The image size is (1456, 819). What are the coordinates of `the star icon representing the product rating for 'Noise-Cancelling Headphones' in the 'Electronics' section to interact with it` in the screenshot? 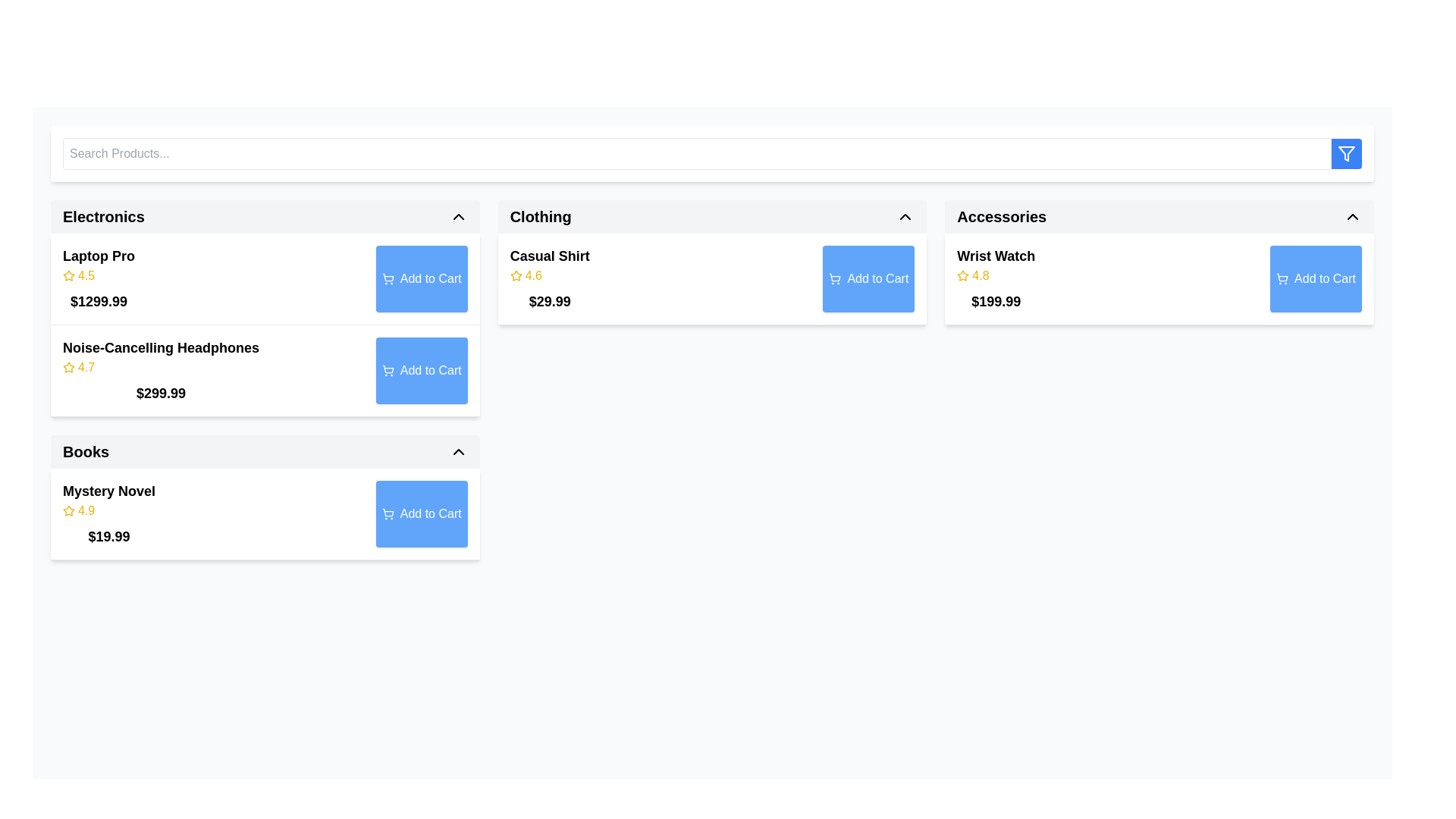 It's located at (68, 368).